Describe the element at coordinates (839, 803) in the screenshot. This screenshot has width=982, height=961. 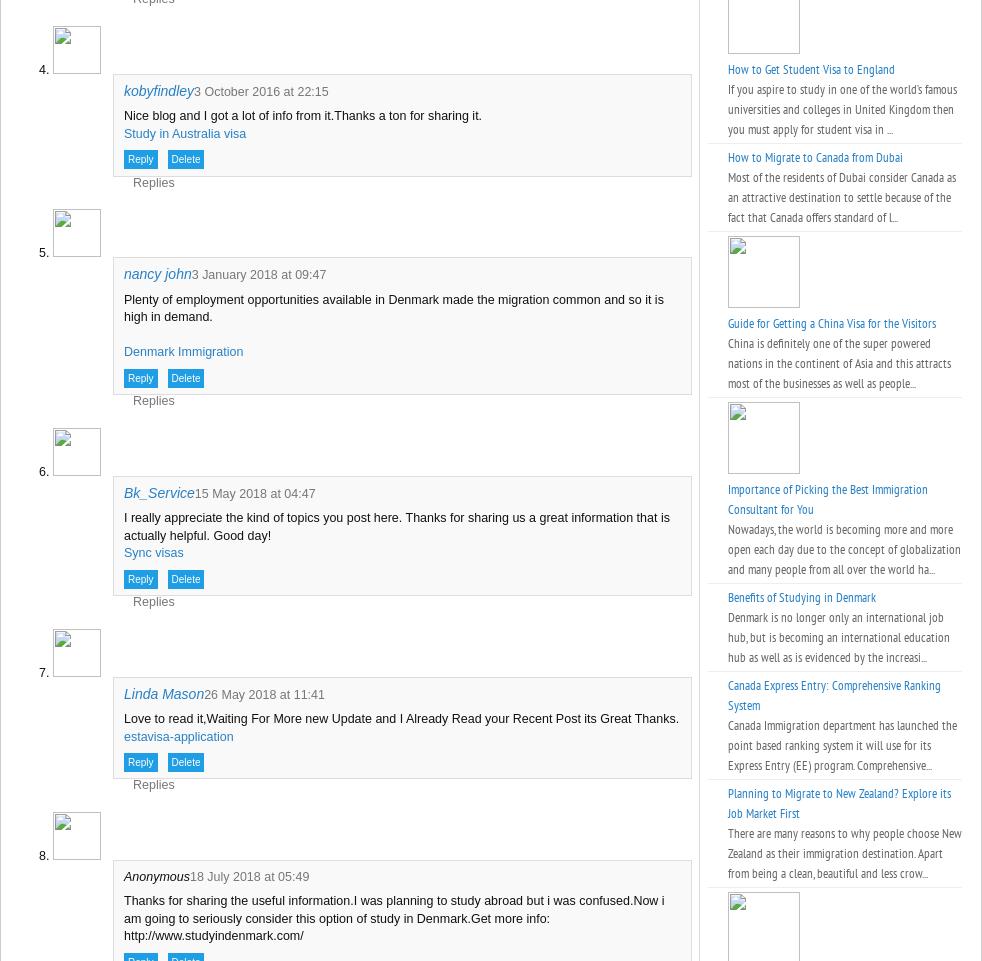
I see `'Planning to Migrate to New Zealand? Explore its Job Market First'` at that location.